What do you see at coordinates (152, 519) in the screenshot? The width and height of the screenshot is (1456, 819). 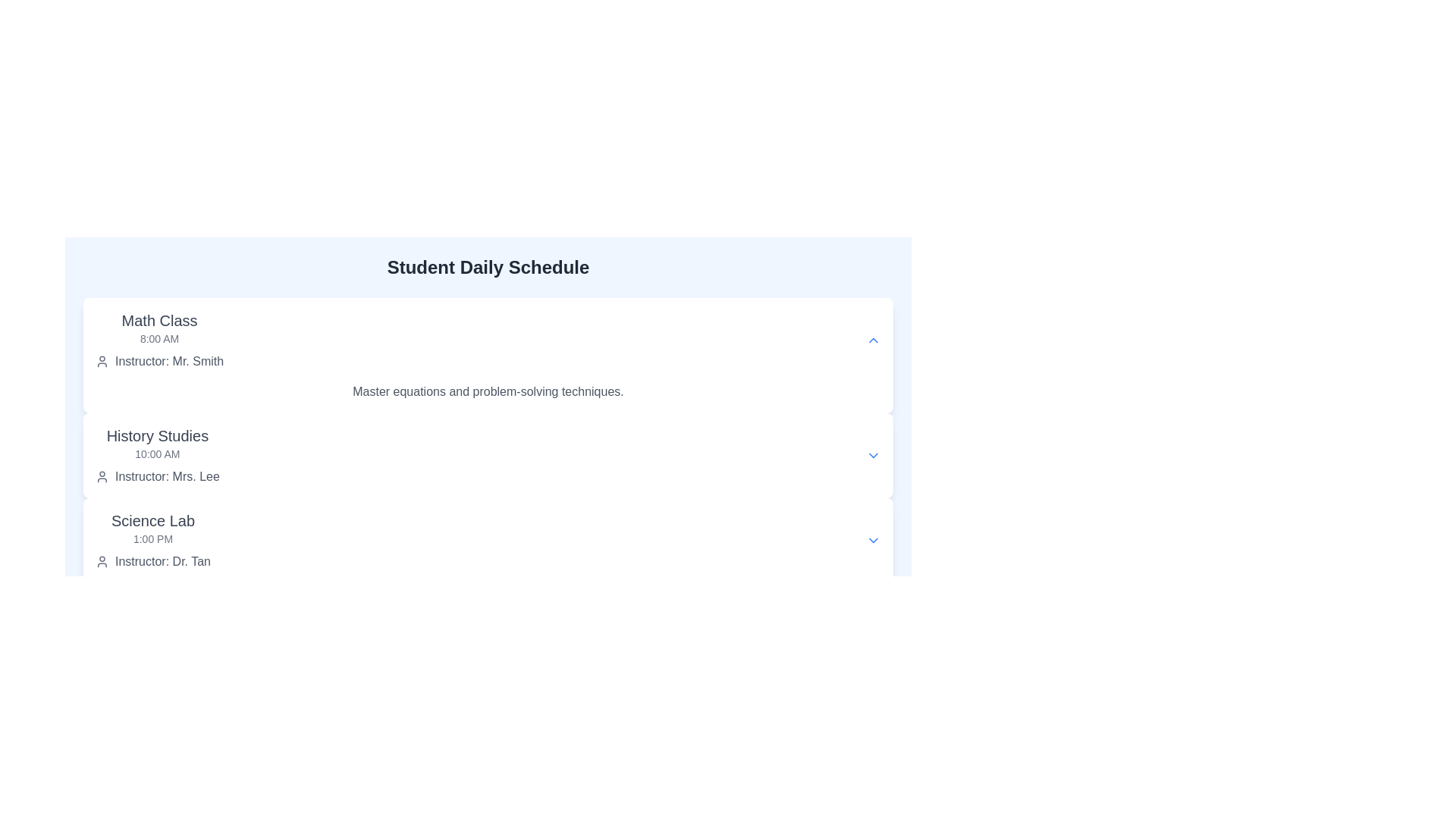 I see `text displayed in the title label of the scheduled activity or class within the 'Science Lab' timetable block, which is positioned above '1:00 PM' and 'Instructor: Dr. Tan'` at bounding box center [152, 519].